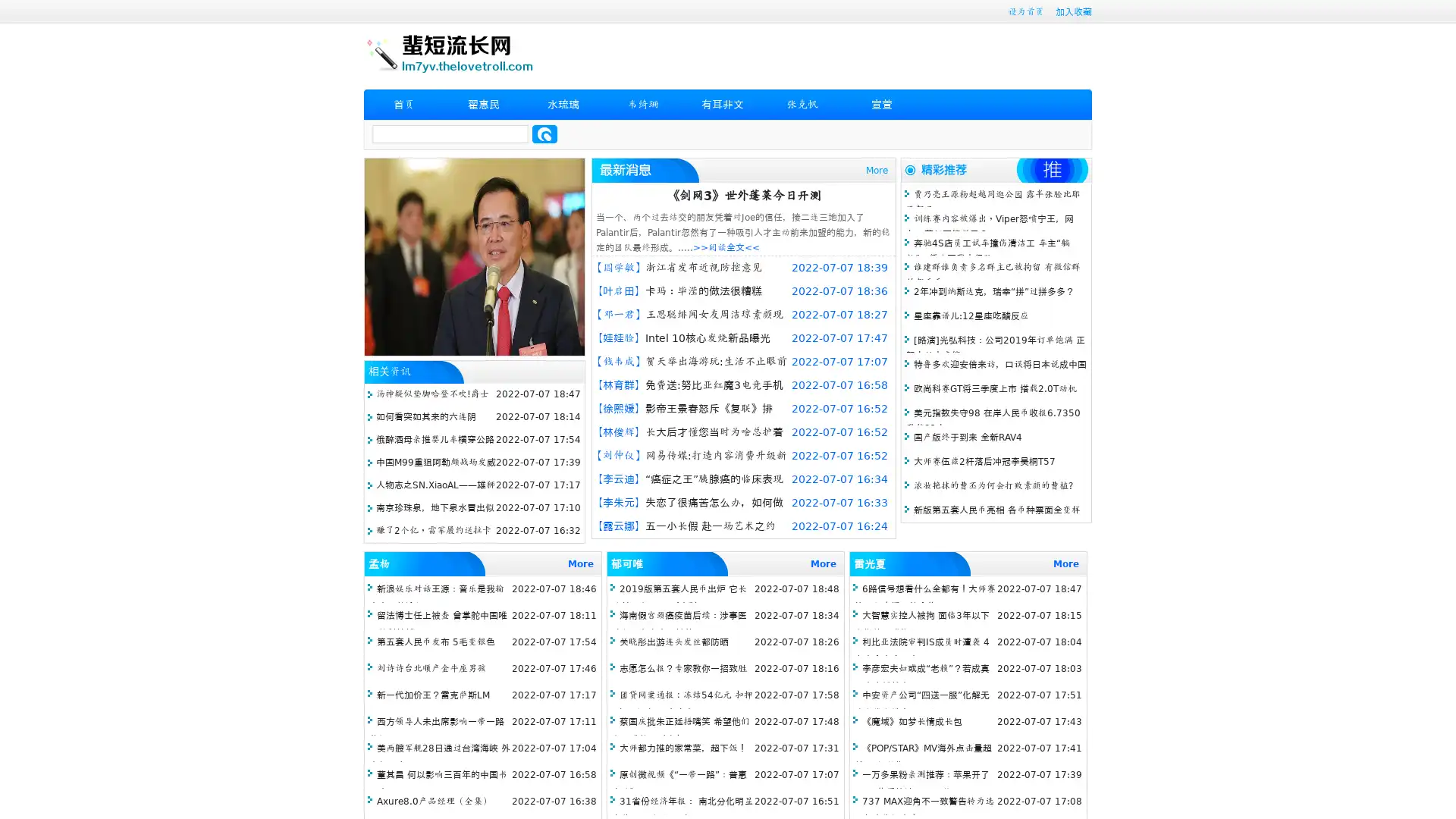 The height and width of the screenshot is (819, 1456). What do you see at coordinates (544, 133) in the screenshot?
I see `Search` at bounding box center [544, 133].